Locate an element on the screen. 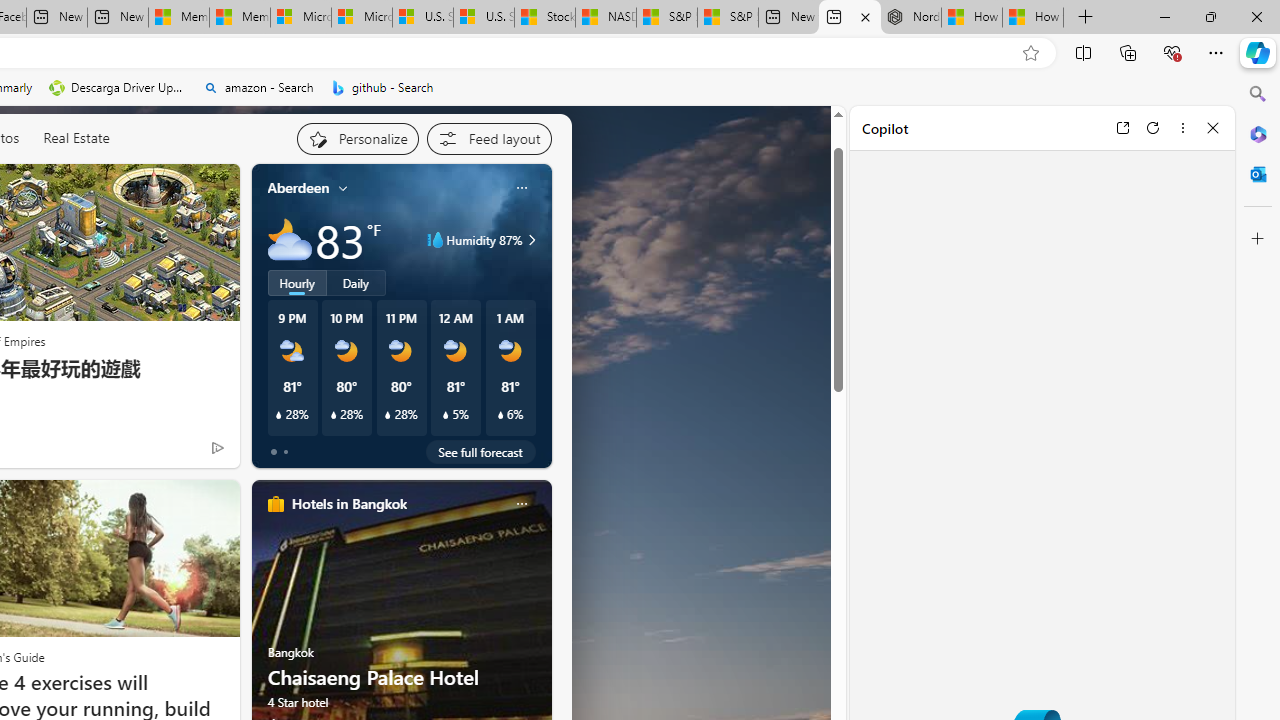 Image resolution: width=1280 pixels, height=720 pixels. 'hotels-header-icon' is located at coordinates (274, 502).